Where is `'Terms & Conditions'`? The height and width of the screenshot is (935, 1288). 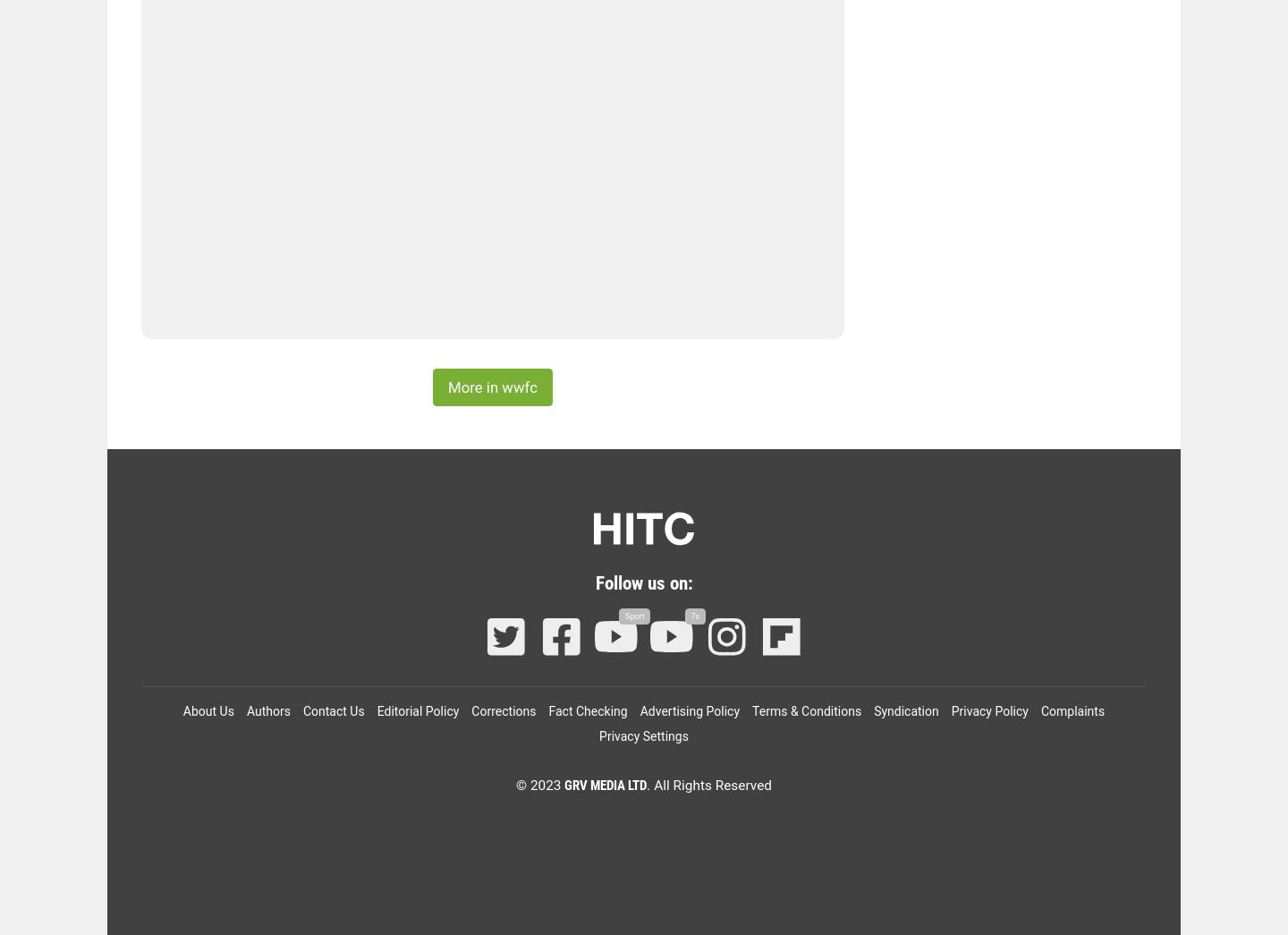 'Terms & Conditions' is located at coordinates (751, 711).